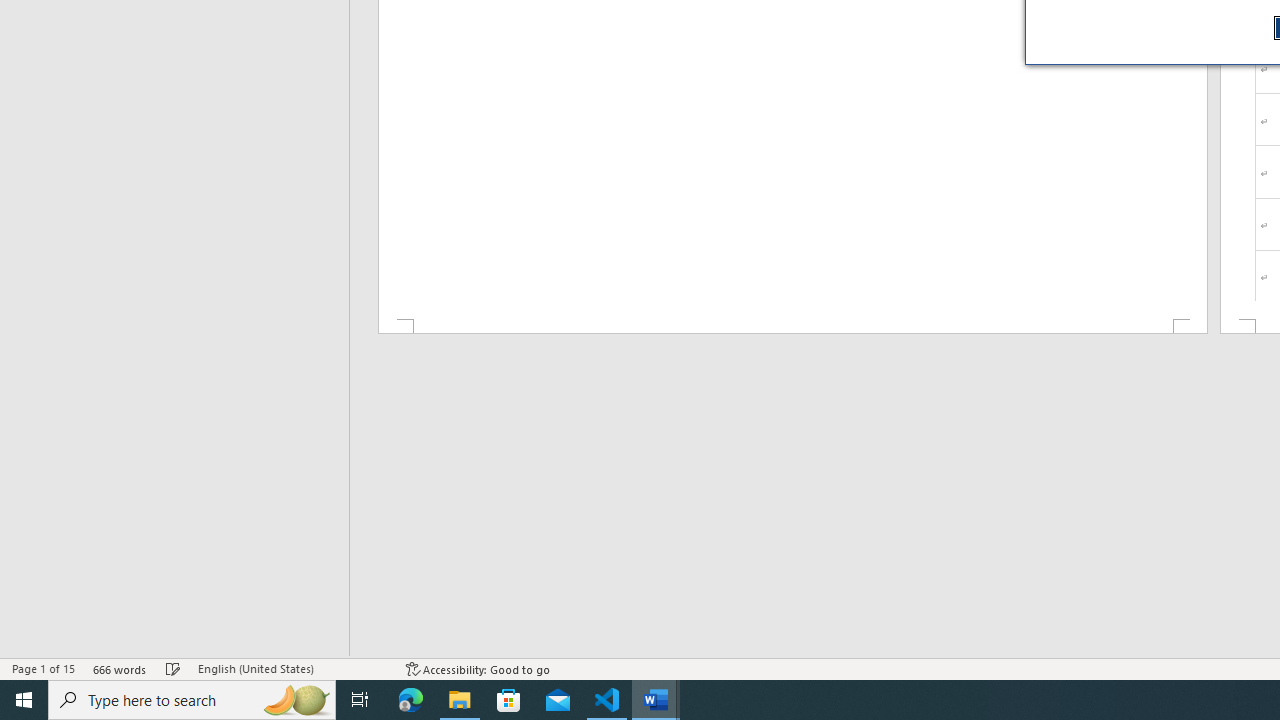 Image resolution: width=1280 pixels, height=720 pixels. I want to click on 'File Explorer - 1 running window', so click(459, 698).